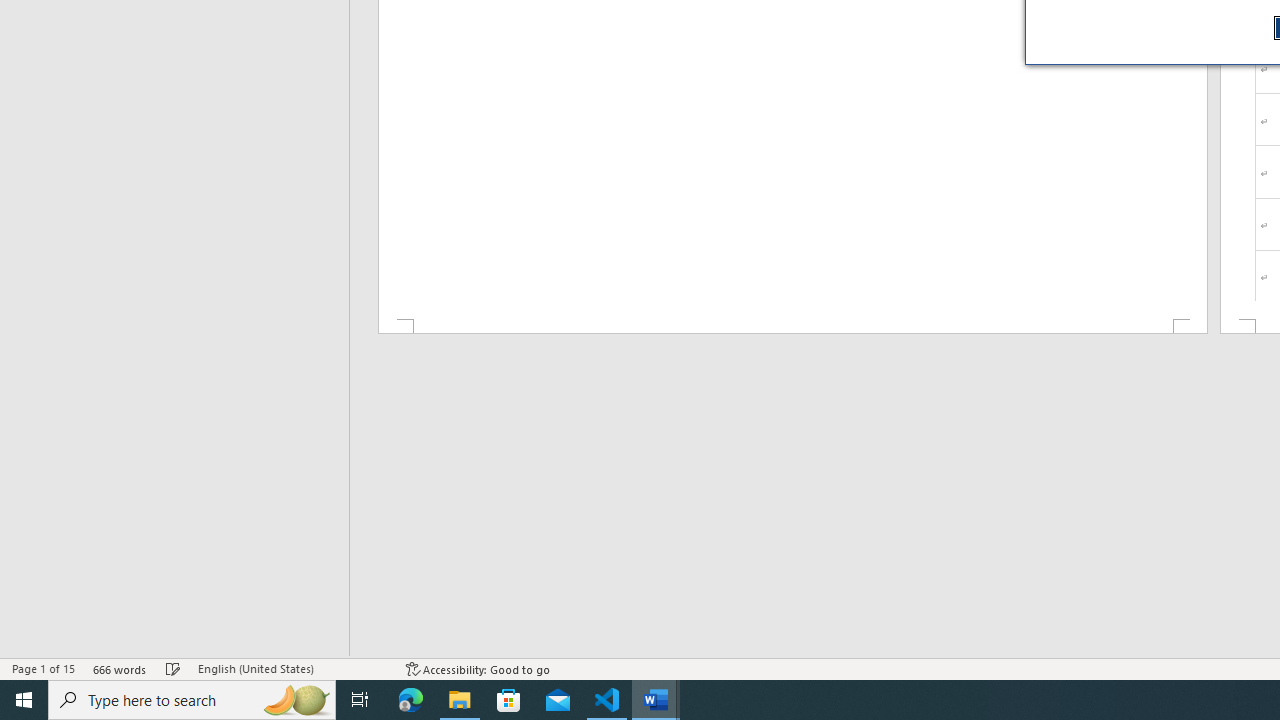 Image resolution: width=1280 pixels, height=720 pixels. I want to click on 'File Explorer - 1 running window', so click(459, 698).